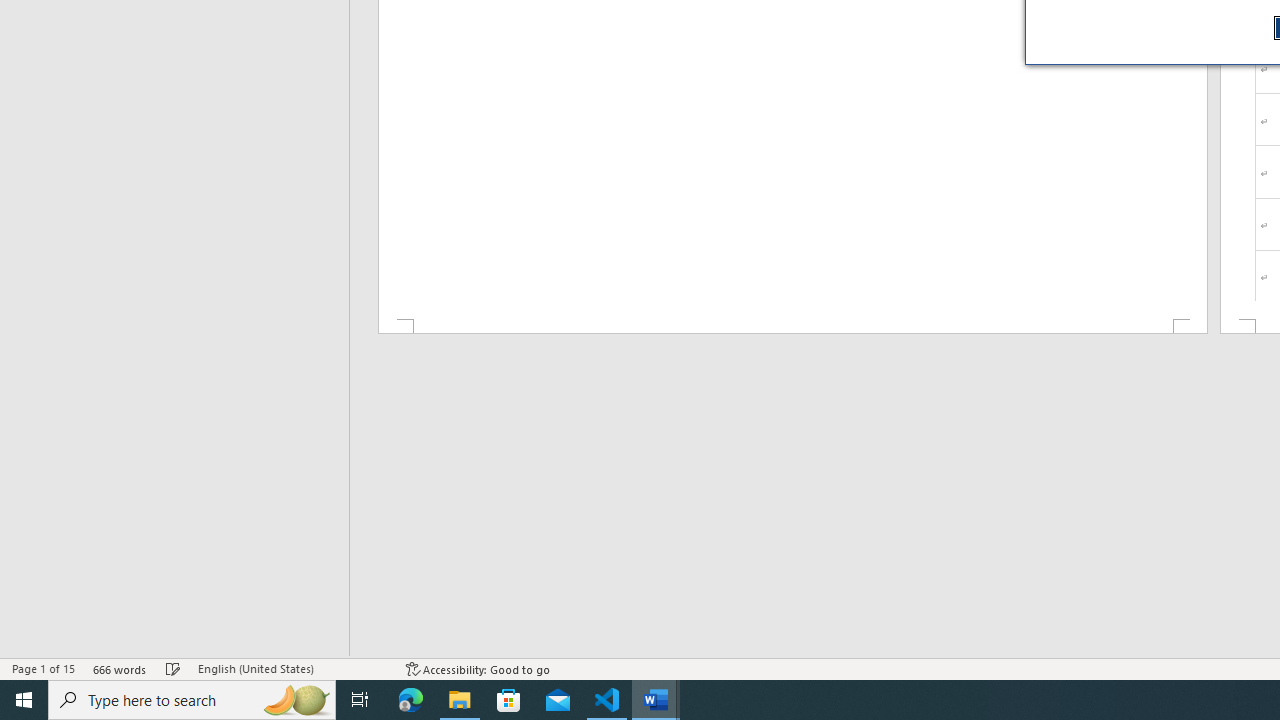 Image resolution: width=1280 pixels, height=720 pixels. I want to click on 'File Explorer - 1 running window', so click(459, 698).